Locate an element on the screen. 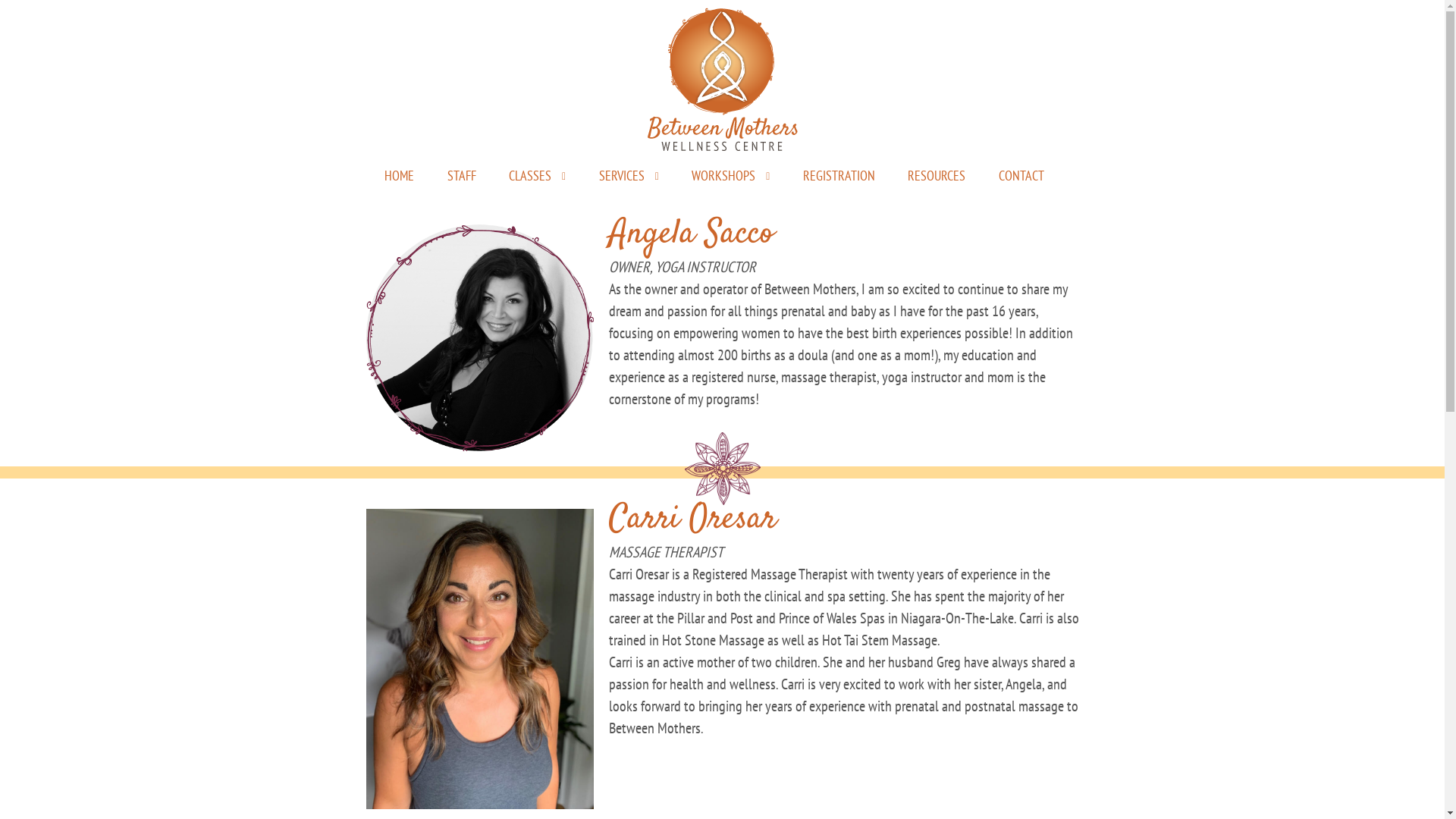  'RESOURCES' is located at coordinates (937, 175).